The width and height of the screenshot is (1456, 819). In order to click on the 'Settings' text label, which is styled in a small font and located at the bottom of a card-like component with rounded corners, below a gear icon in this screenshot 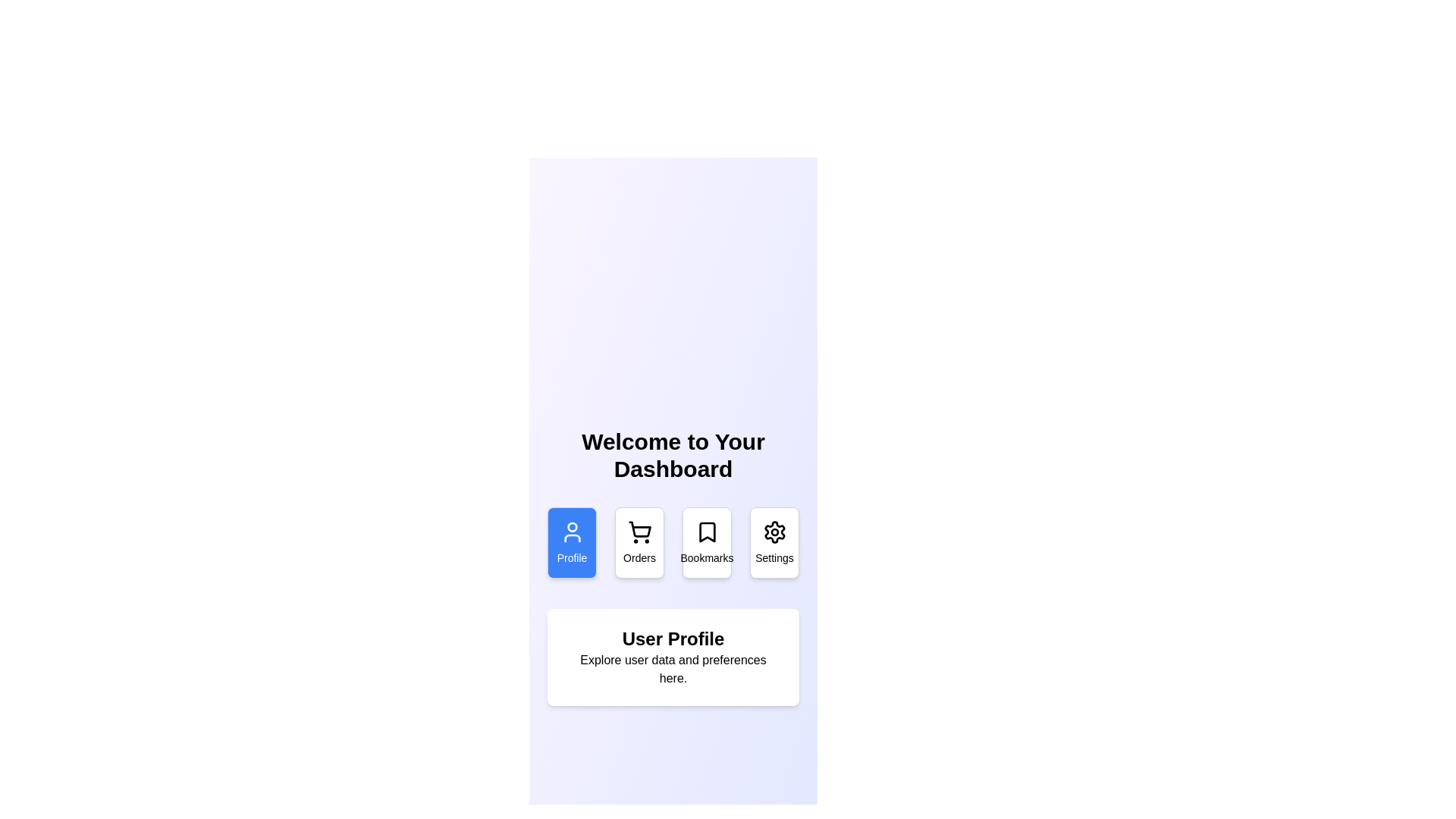, I will do `click(774, 558)`.